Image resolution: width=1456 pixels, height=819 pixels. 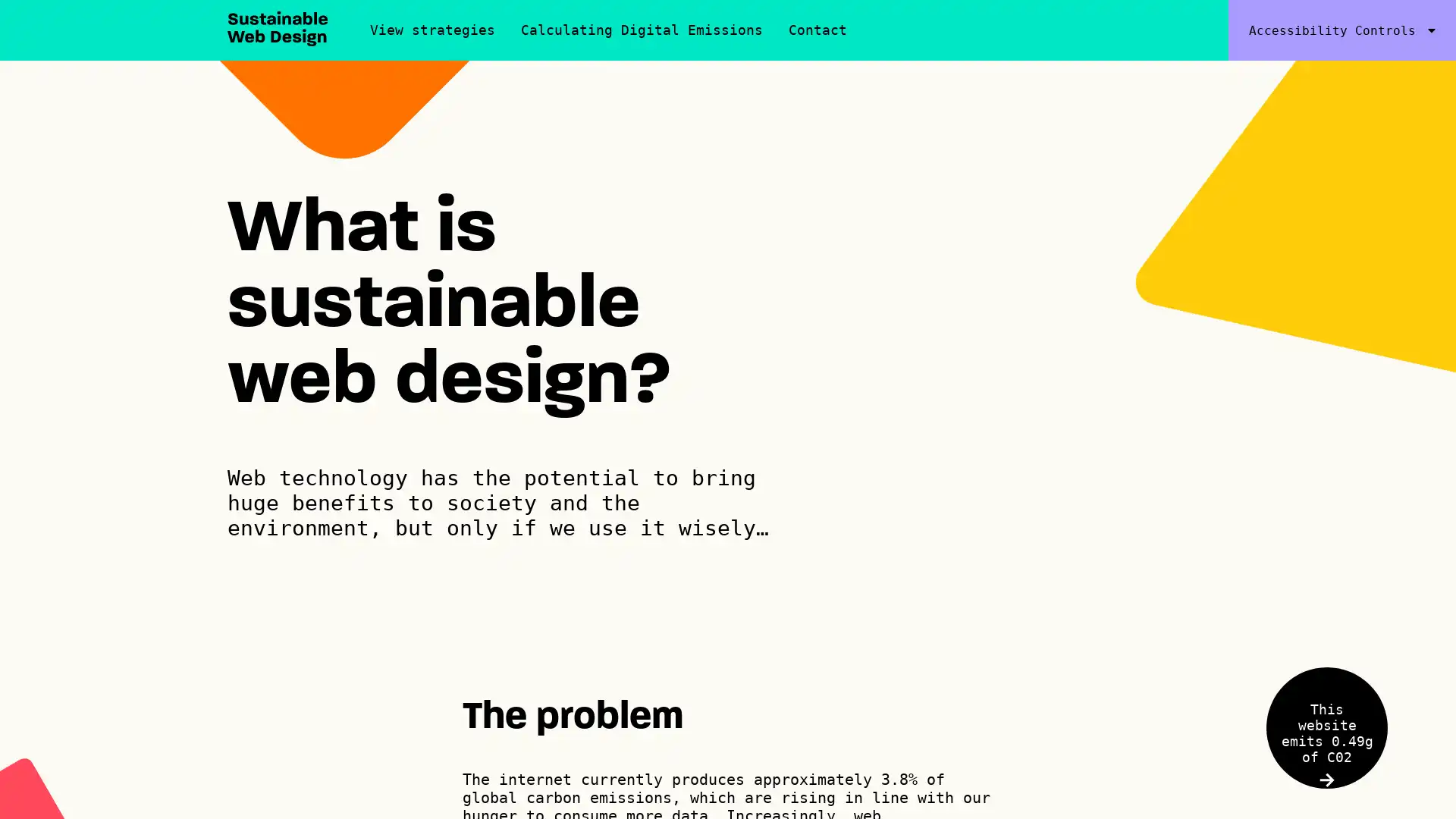 I want to click on X, so click(x=1350, y=713).